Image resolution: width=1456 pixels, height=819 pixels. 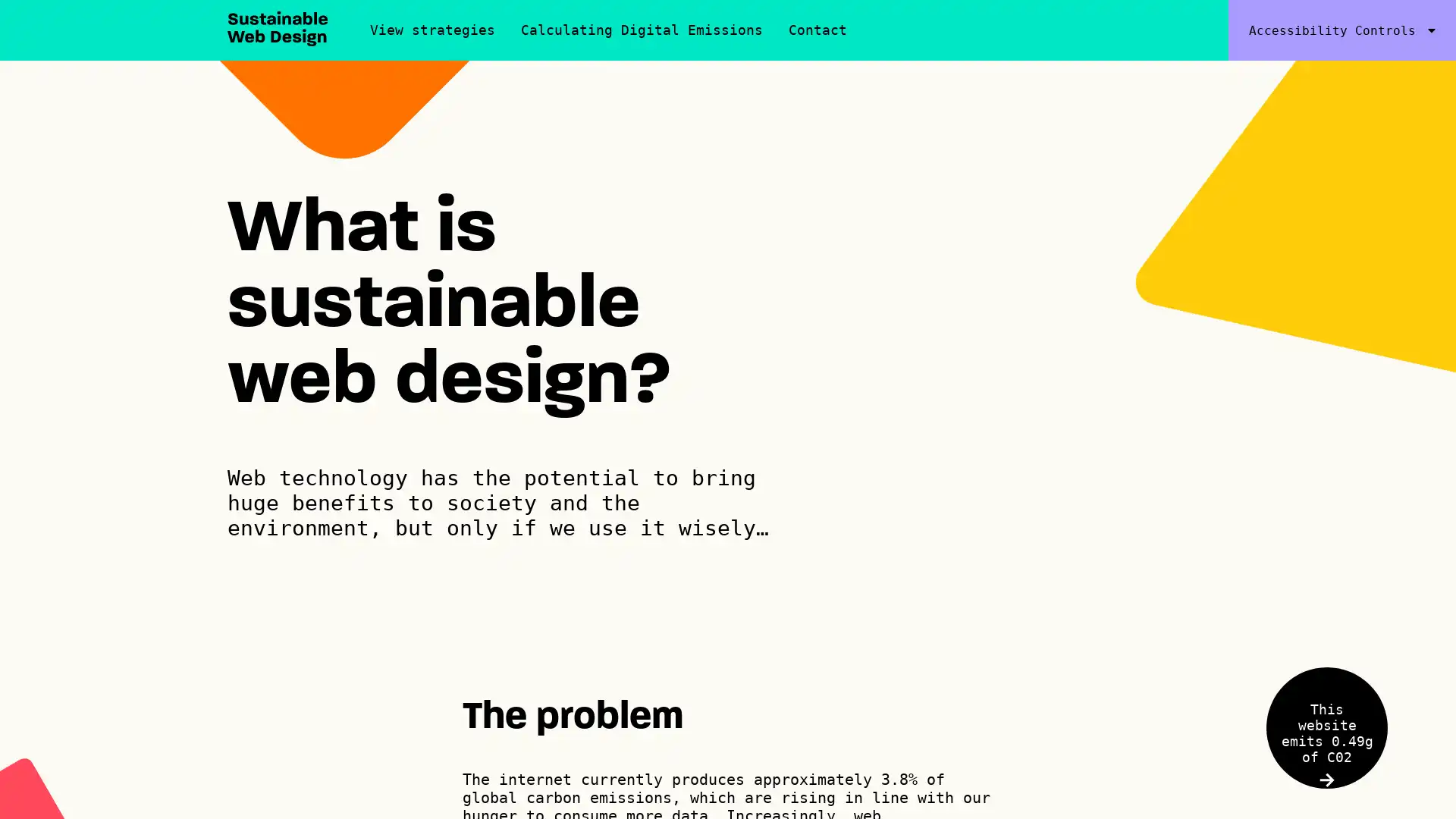 I want to click on X, so click(x=1350, y=713).